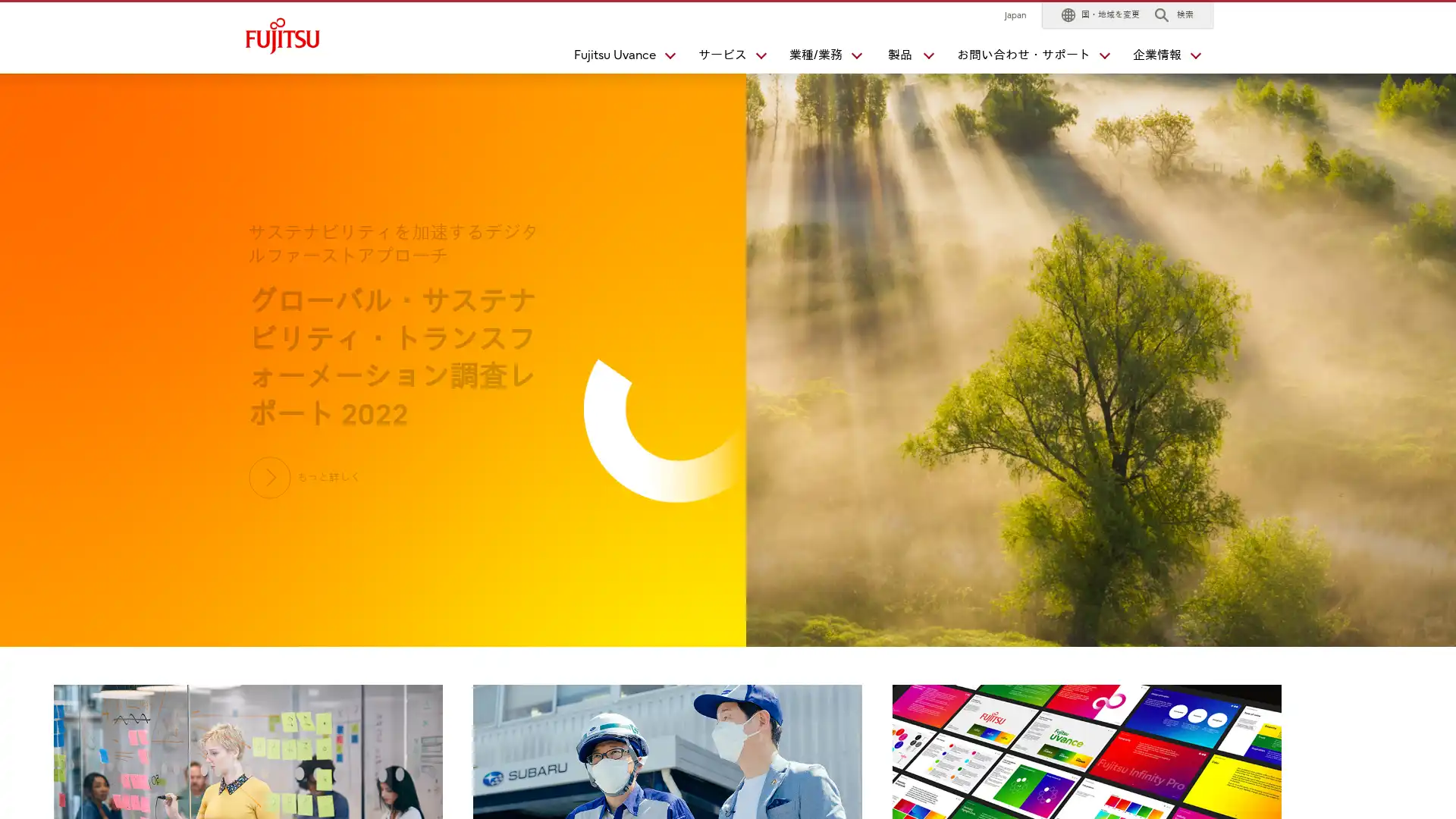  Describe the element at coordinates (618, 58) in the screenshot. I see `Fujitsu Uvance` at that location.